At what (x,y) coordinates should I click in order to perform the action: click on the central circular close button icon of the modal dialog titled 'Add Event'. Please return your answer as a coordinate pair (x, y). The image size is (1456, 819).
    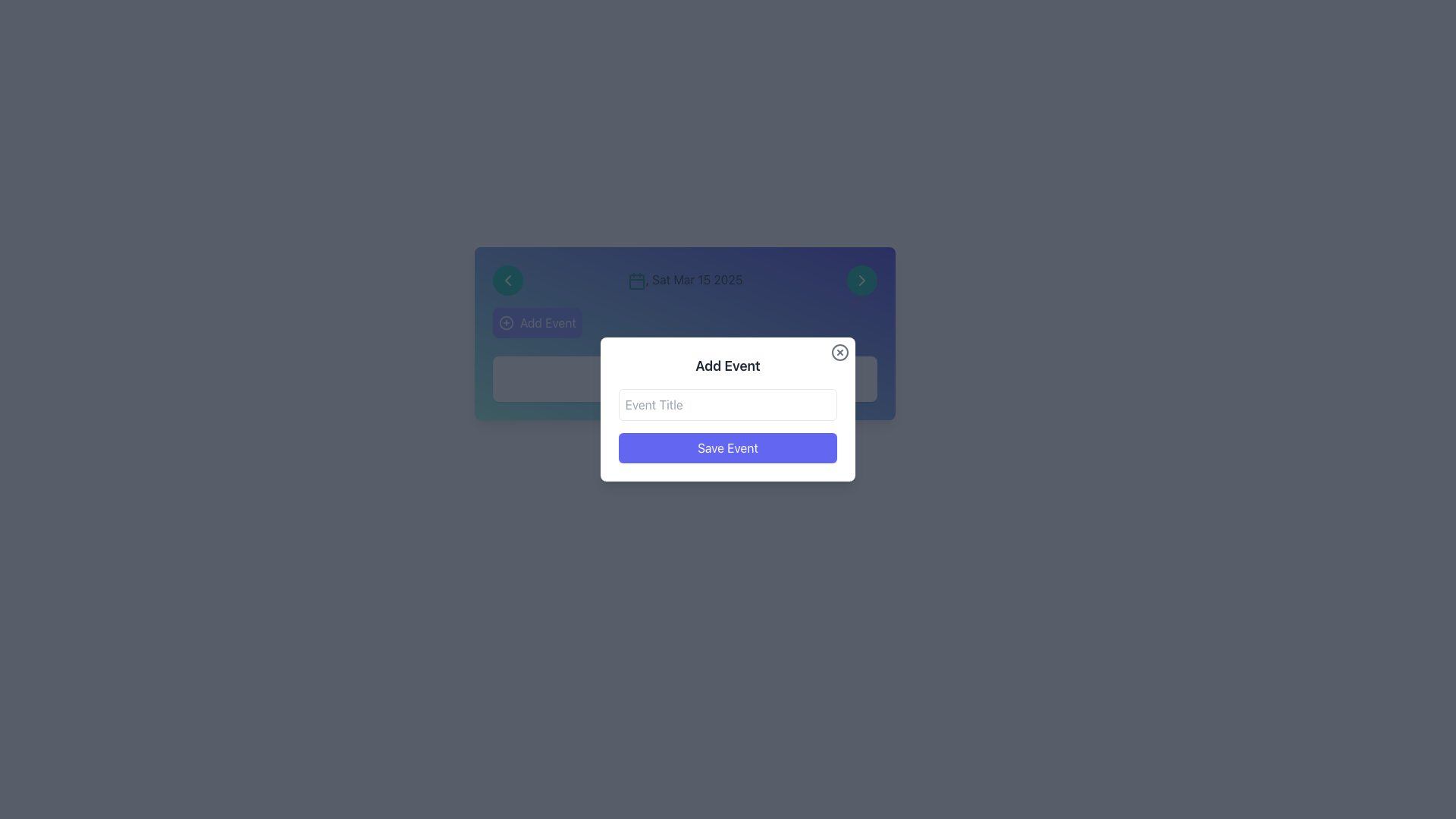
    Looking at the image, I should click on (839, 353).